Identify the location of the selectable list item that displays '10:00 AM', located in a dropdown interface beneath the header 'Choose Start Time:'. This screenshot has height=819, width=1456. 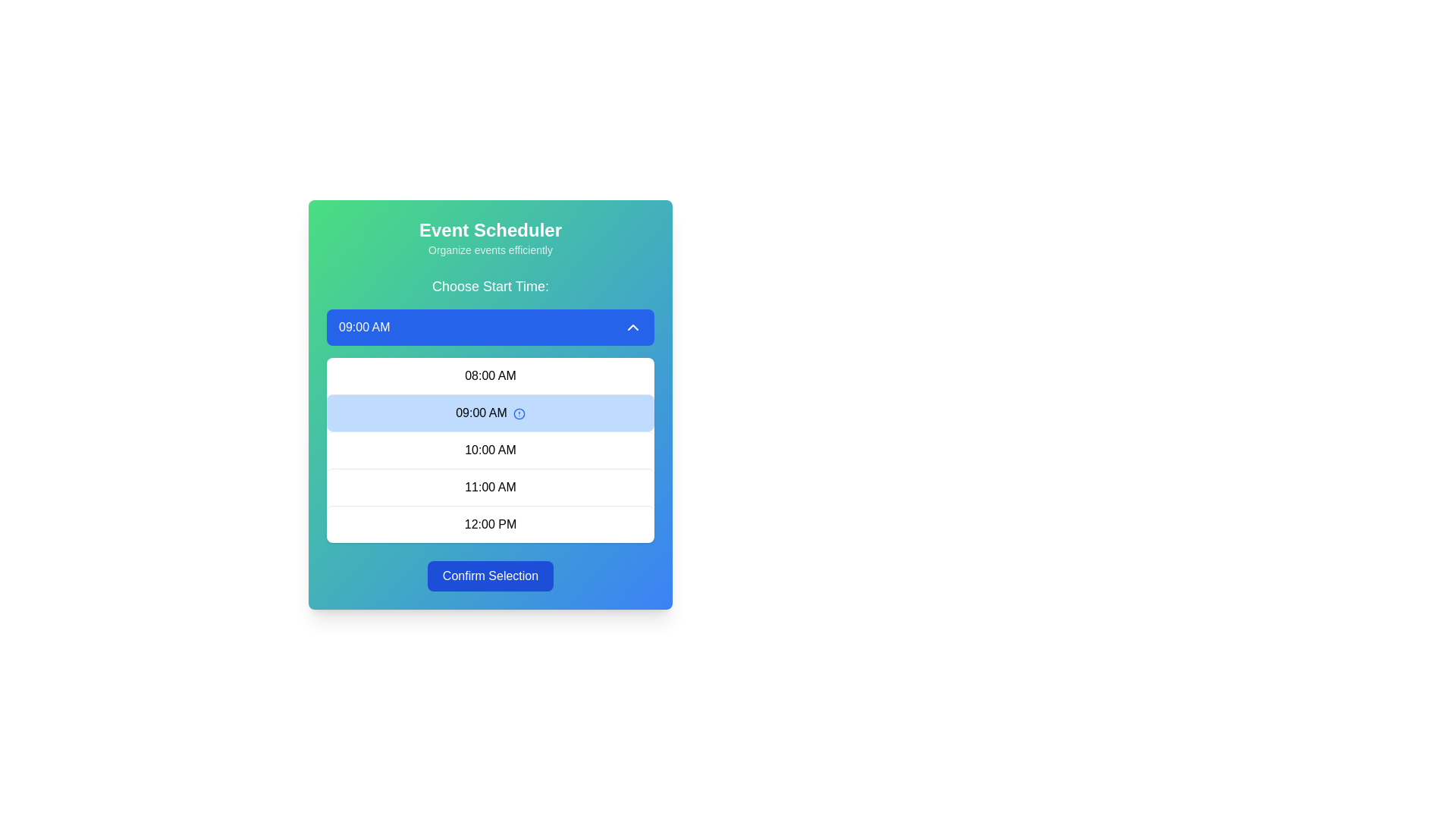
(491, 449).